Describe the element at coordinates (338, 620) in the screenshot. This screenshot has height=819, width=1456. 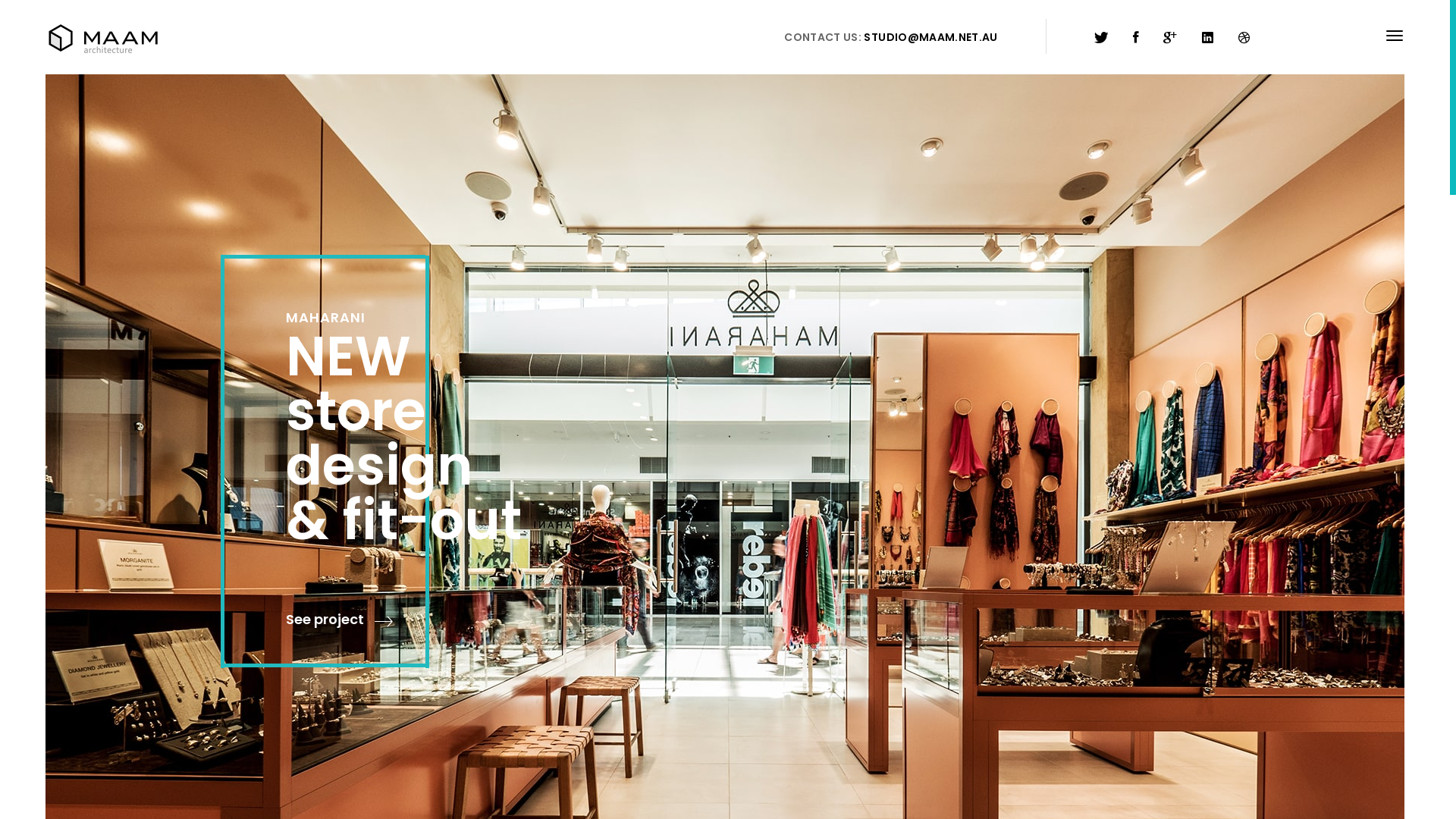
I see `'See project'` at that location.